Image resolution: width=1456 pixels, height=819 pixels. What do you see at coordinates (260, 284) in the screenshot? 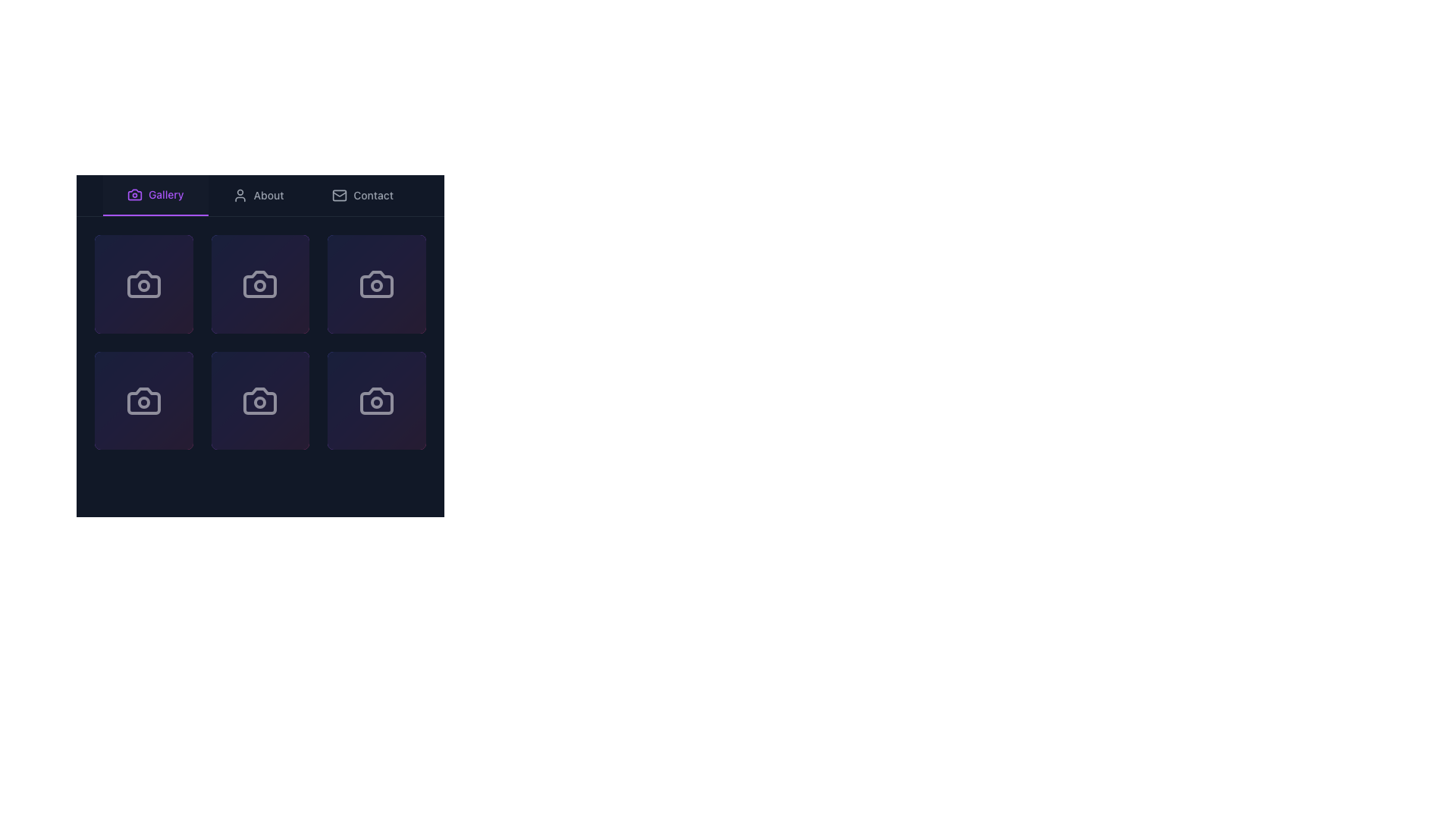
I see `the interactive tile located in the second column of the first row, which is associated with camera-related actions` at bounding box center [260, 284].